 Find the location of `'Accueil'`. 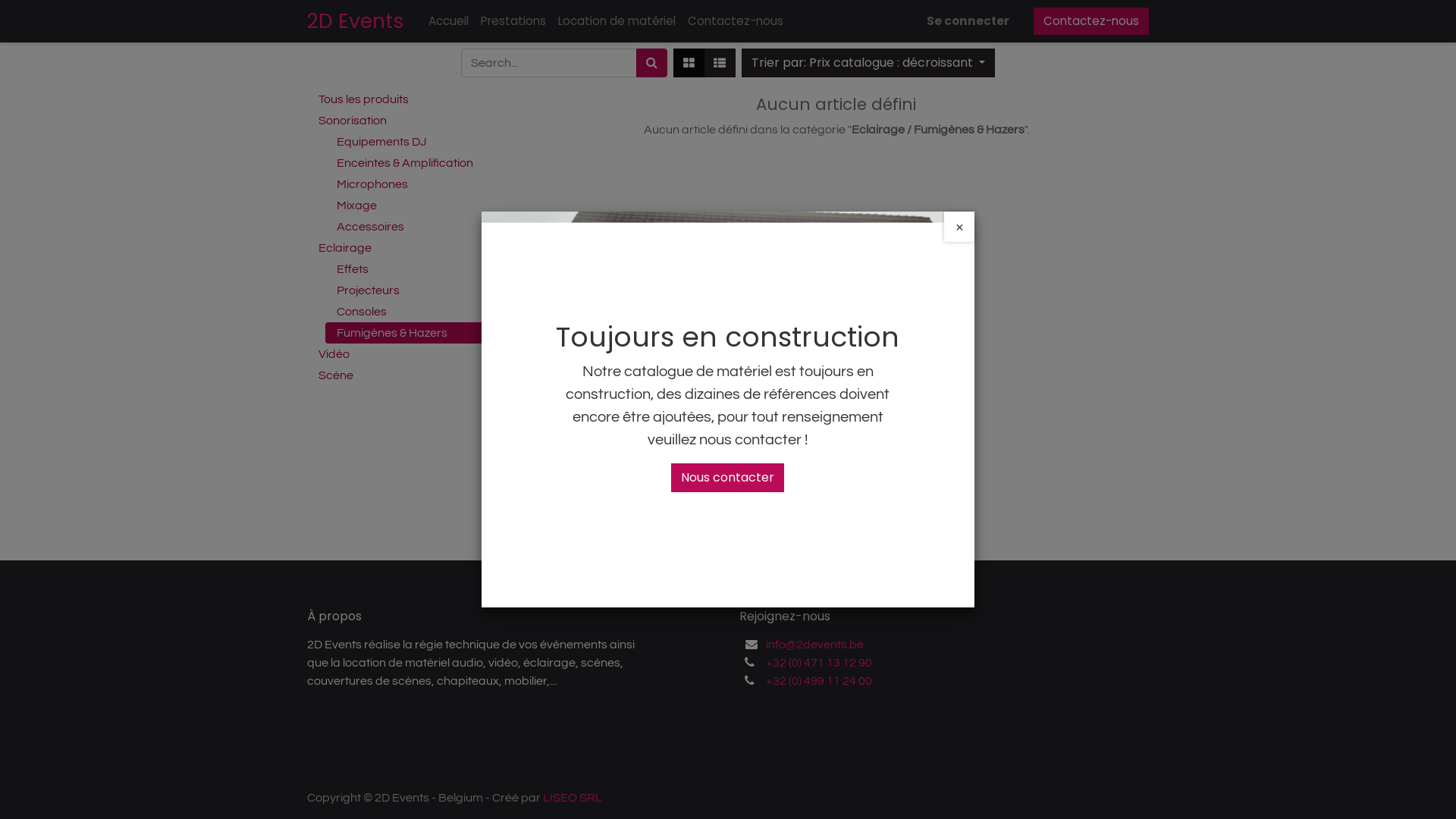

'Accueil' is located at coordinates (447, 21).